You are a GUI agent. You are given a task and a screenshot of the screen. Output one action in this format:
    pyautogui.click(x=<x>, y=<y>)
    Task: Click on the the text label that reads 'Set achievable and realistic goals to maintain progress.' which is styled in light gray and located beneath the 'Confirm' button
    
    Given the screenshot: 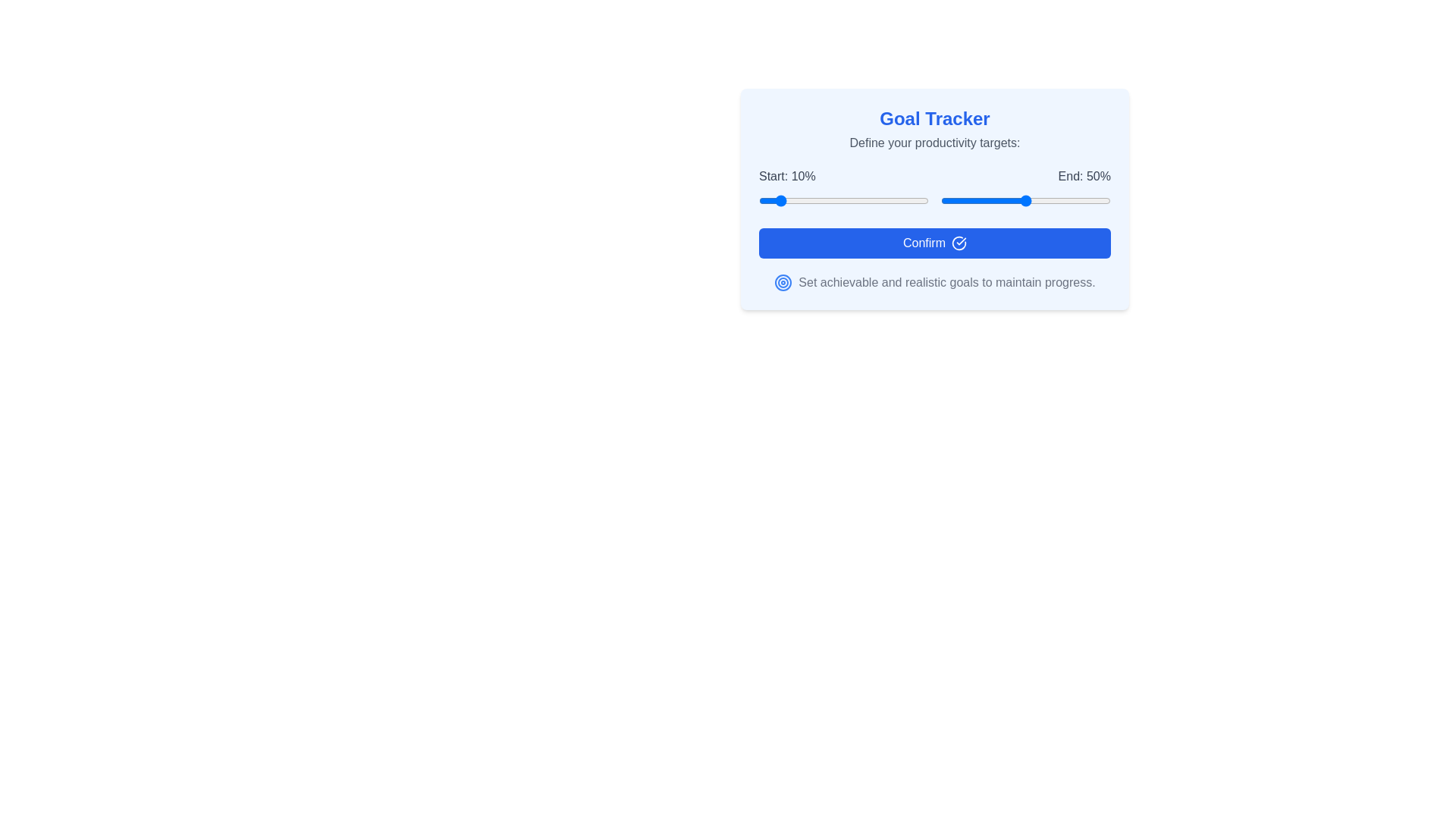 What is the action you would take?
    pyautogui.click(x=946, y=283)
    